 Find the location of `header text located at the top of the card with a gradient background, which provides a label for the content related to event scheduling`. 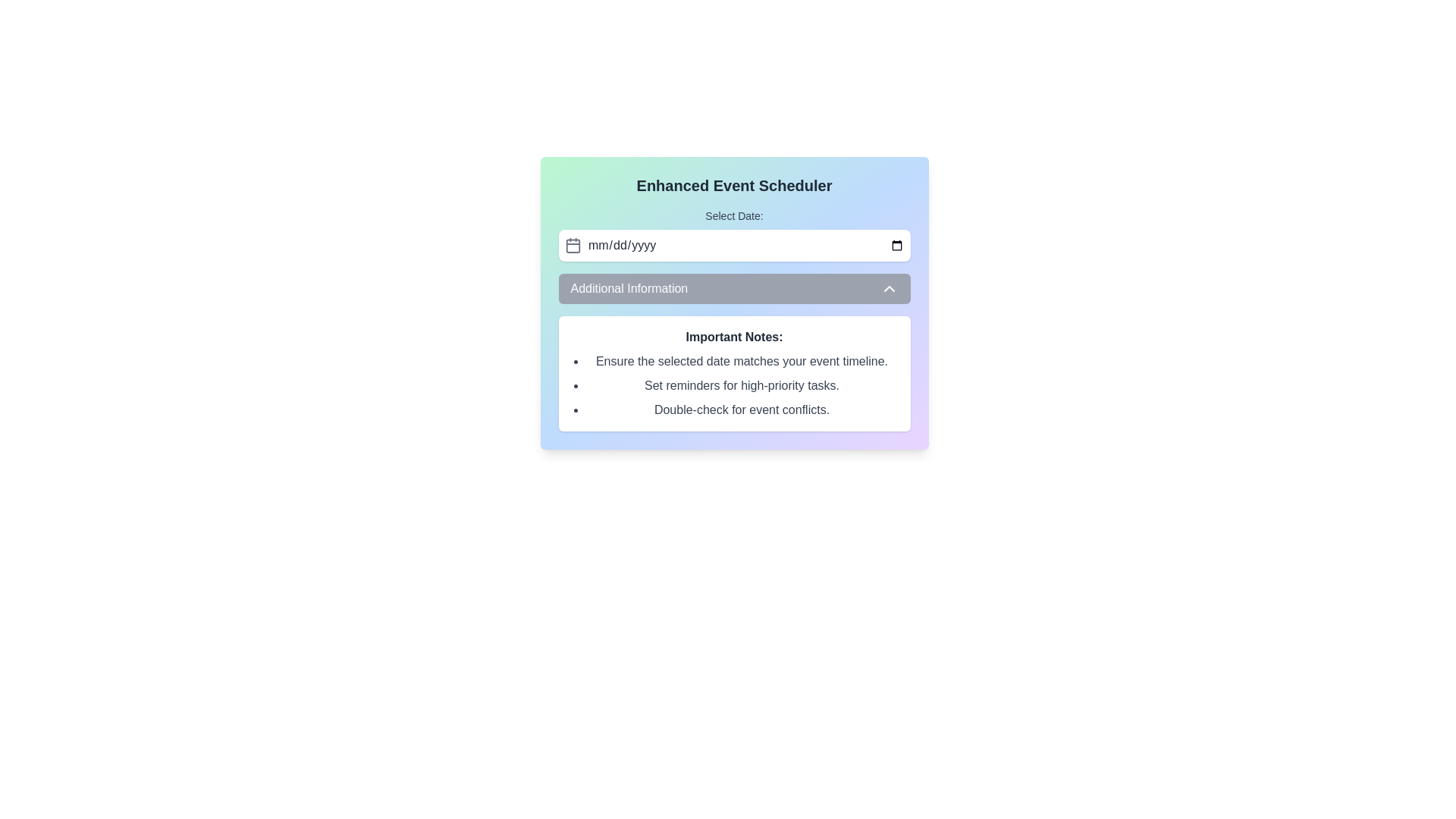

header text located at the top of the card with a gradient background, which provides a label for the content related to event scheduling is located at coordinates (734, 185).